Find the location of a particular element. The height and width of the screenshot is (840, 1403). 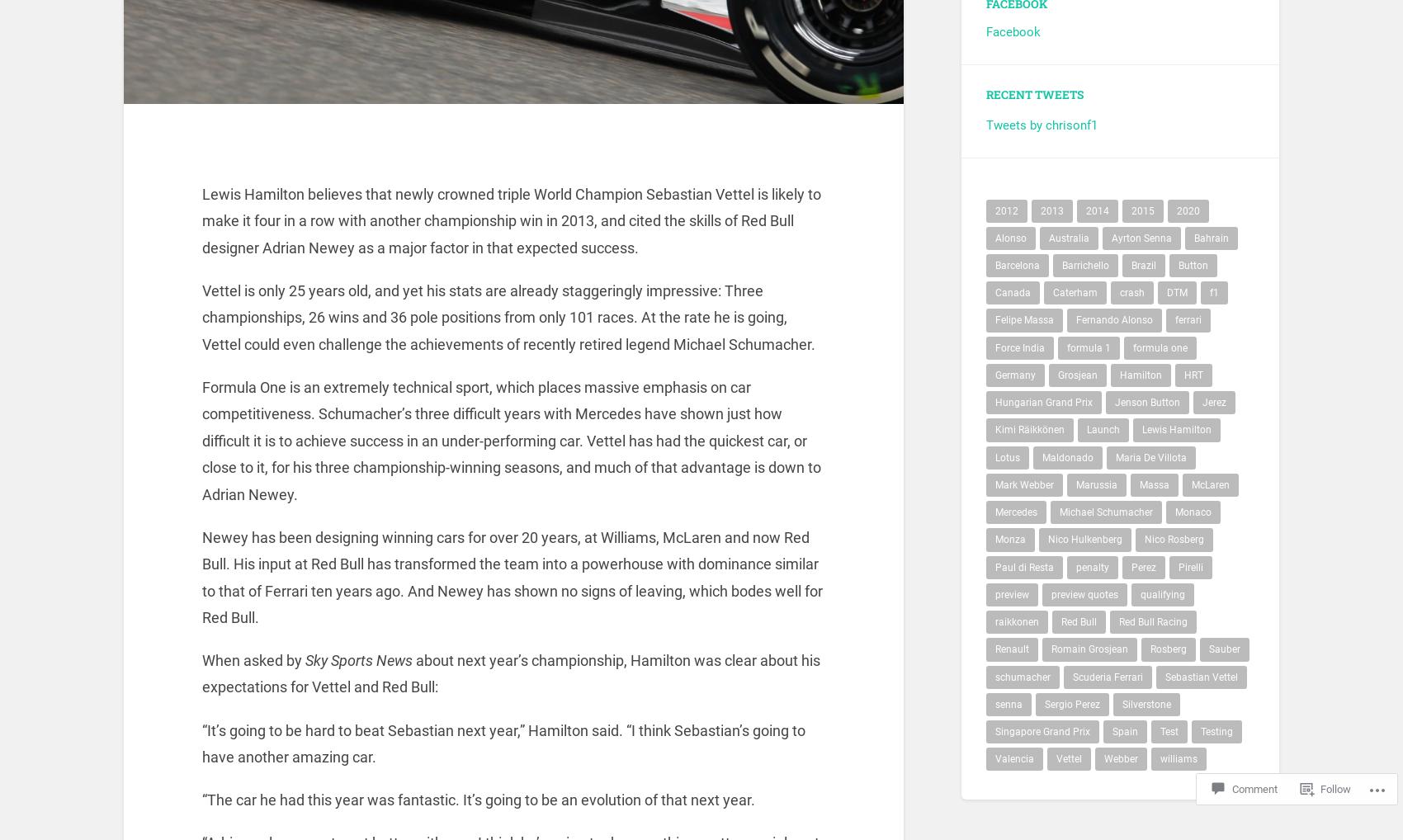

'ferrari' is located at coordinates (1188, 329).